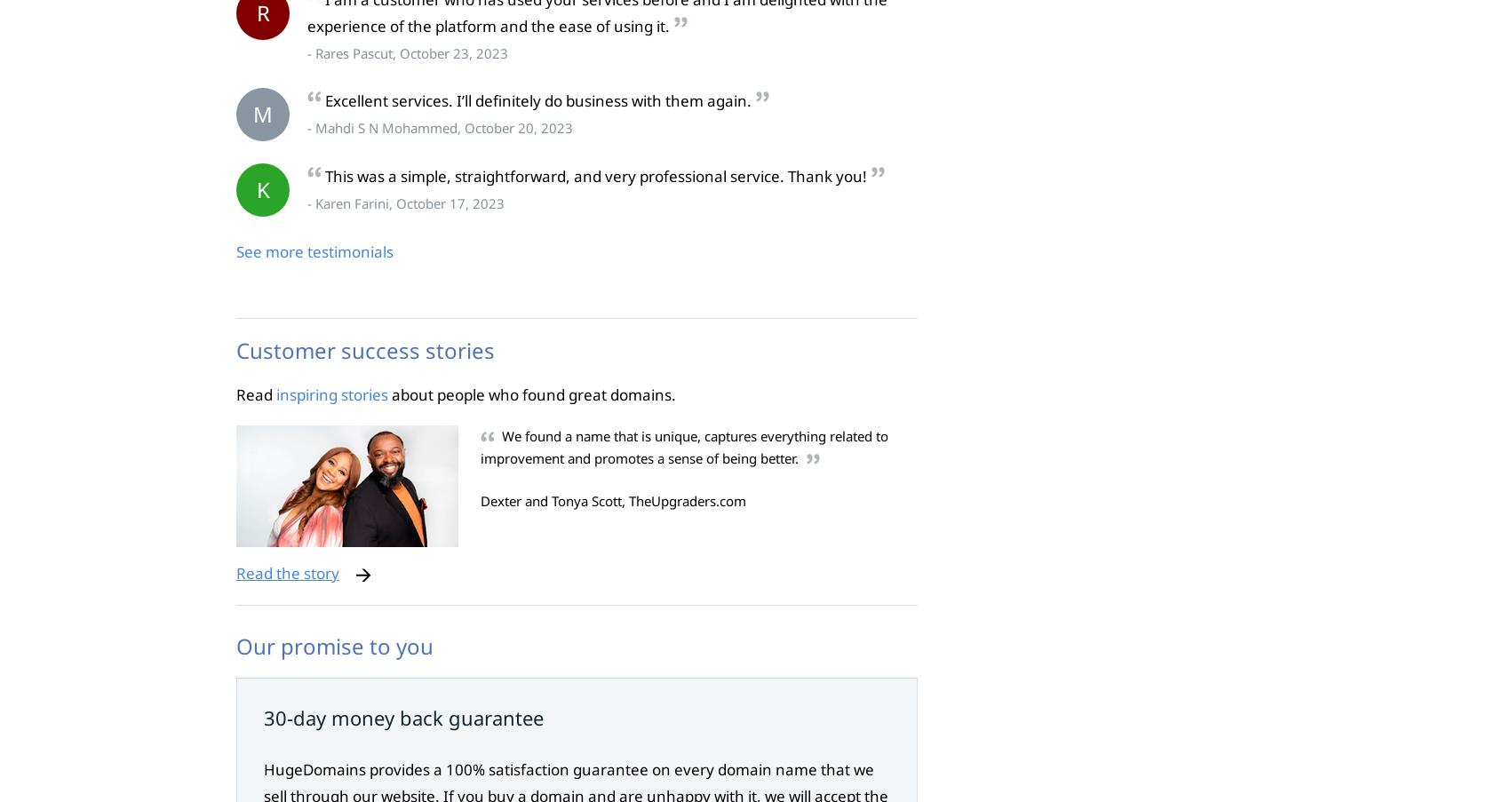 This screenshot has width=1512, height=802. What do you see at coordinates (262, 189) in the screenshot?
I see `'K'` at bounding box center [262, 189].